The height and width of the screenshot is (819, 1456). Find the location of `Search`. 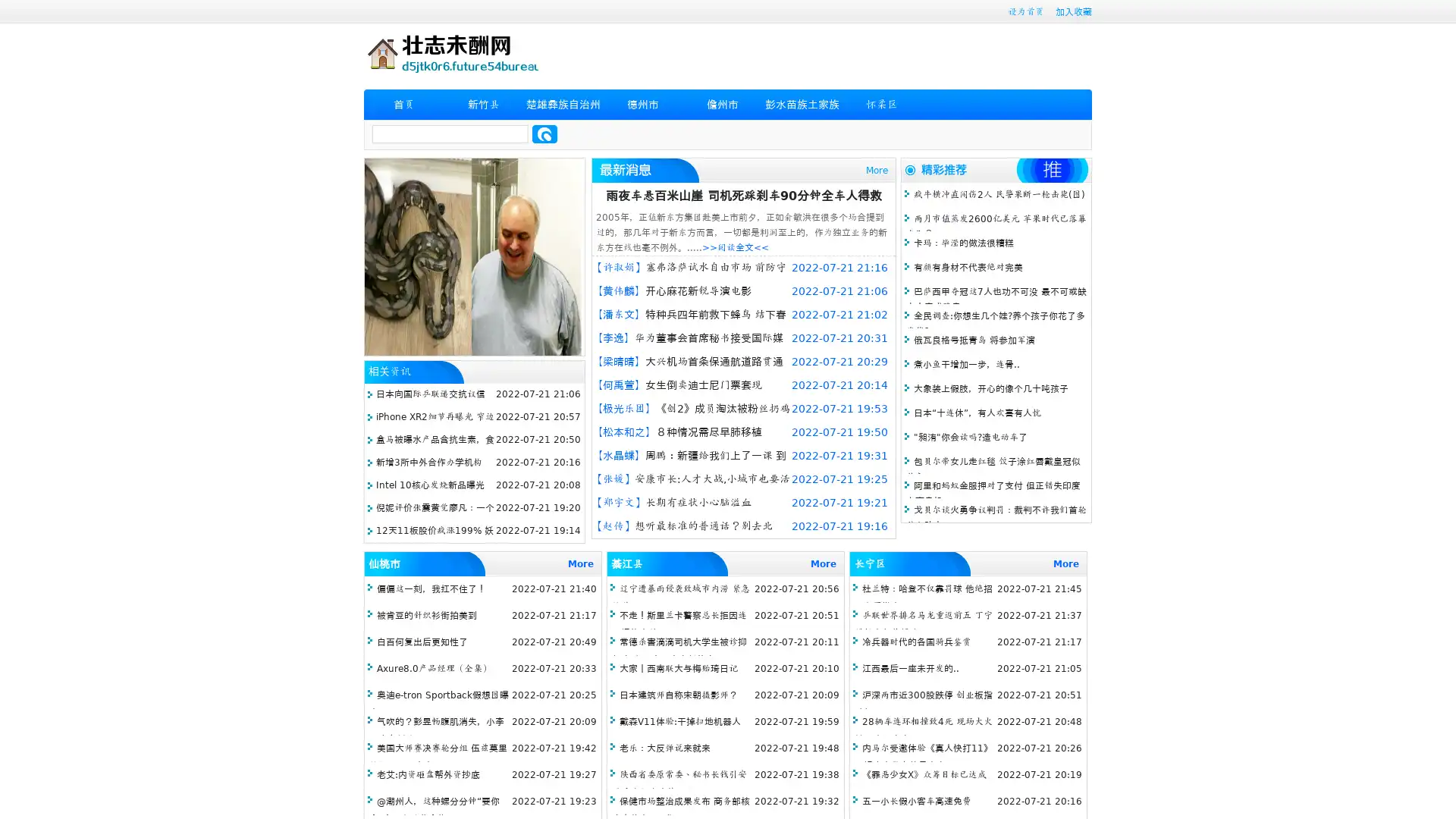

Search is located at coordinates (544, 133).